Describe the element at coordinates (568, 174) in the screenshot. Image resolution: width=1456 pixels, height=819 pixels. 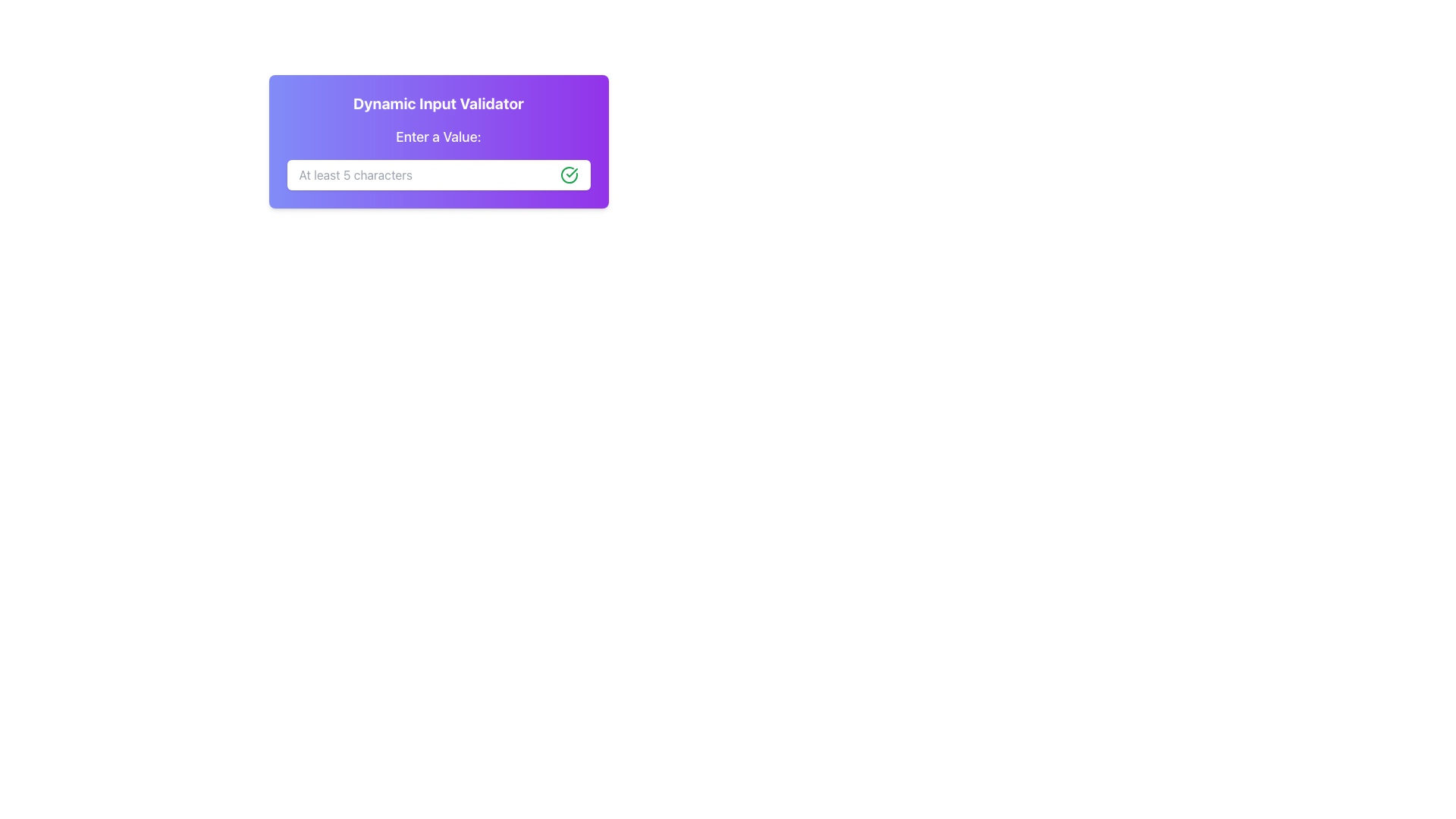
I see `the static icon located at the right end of the text input field under the 'Enter a Value' section, which indicates that the input meets validation requirements` at that location.